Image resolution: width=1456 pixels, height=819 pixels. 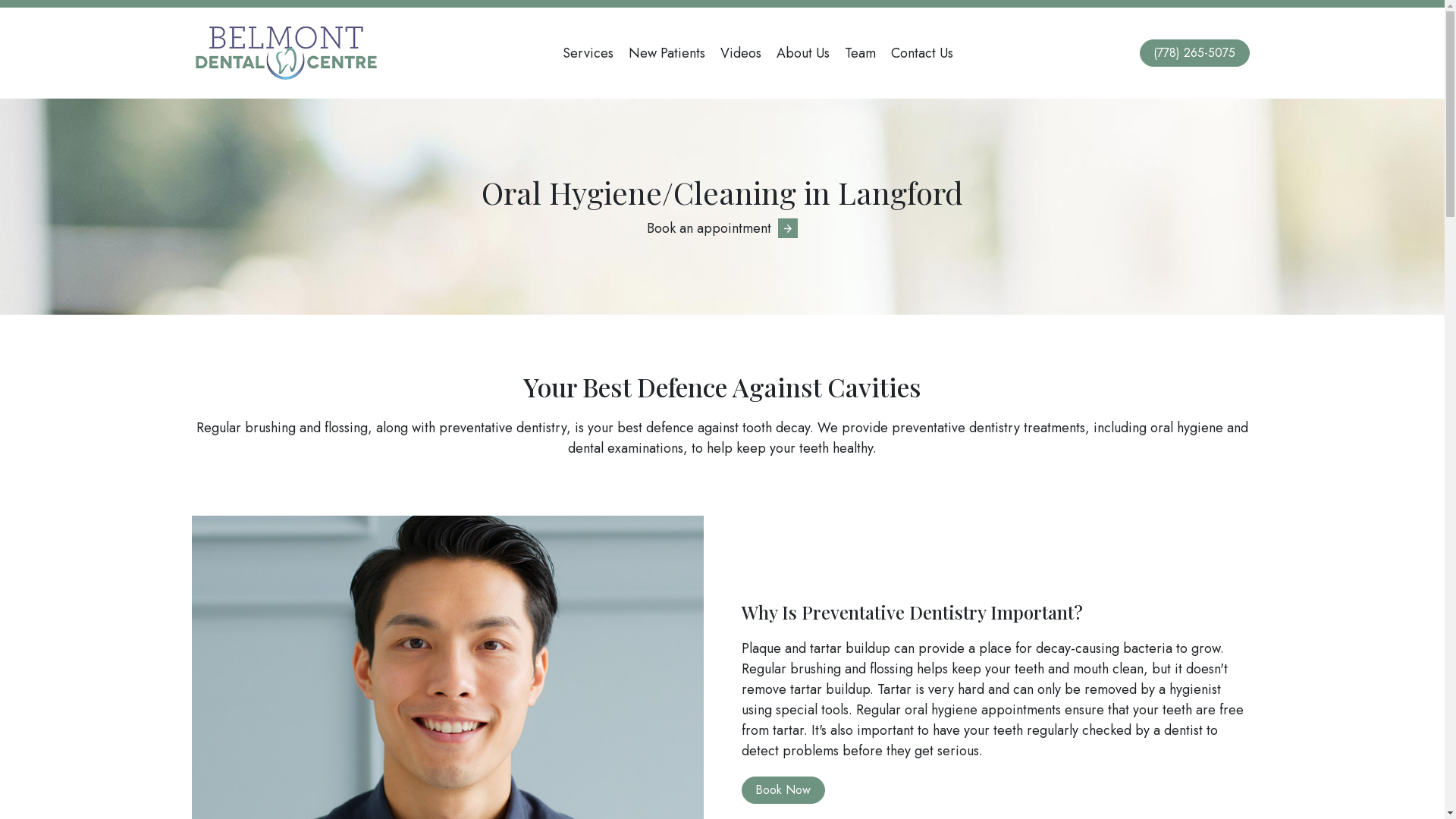 I want to click on 'Team', so click(x=836, y=52).